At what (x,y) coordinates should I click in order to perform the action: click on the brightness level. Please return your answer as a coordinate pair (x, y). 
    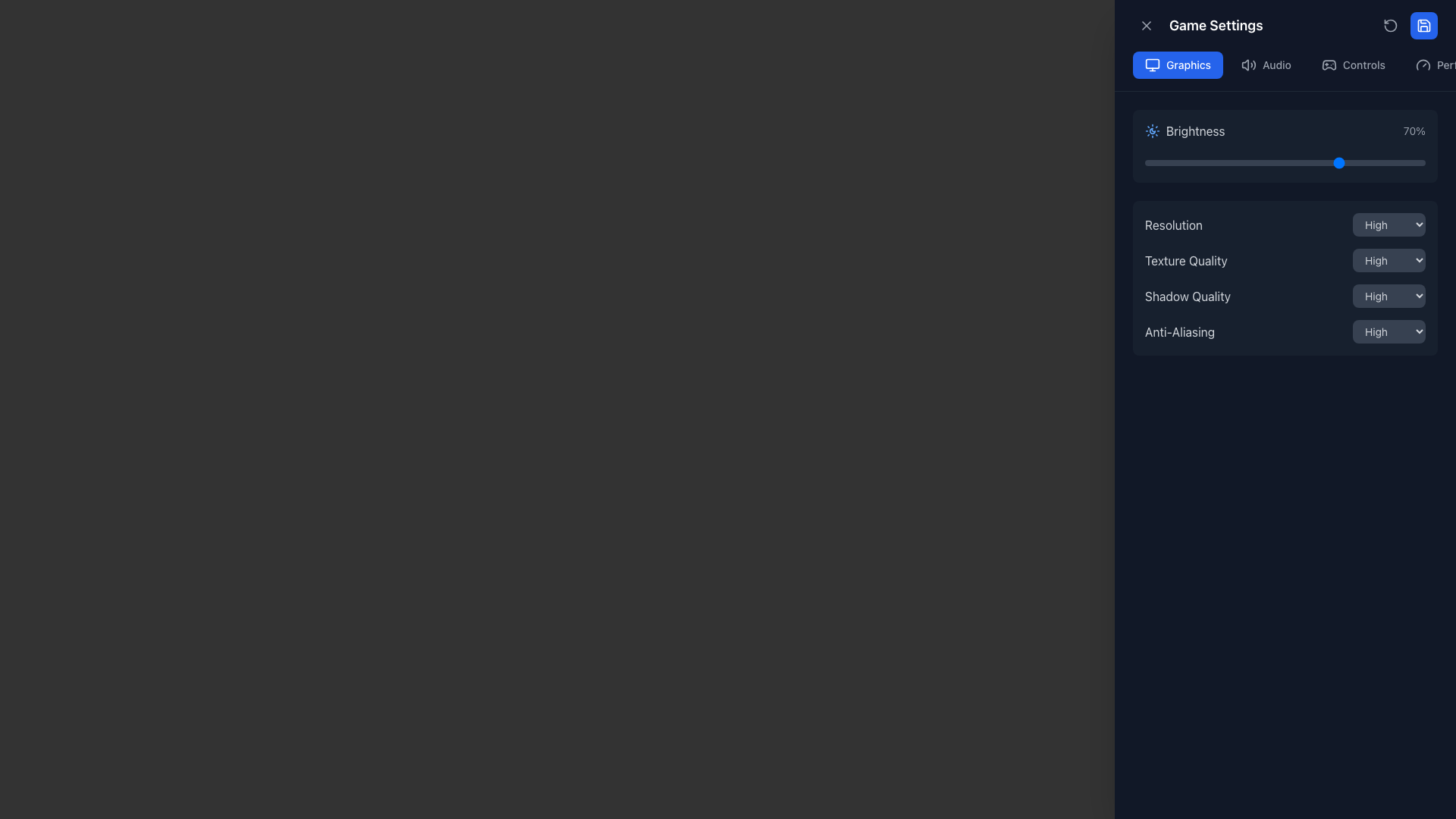
    Looking at the image, I should click on (1153, 163).